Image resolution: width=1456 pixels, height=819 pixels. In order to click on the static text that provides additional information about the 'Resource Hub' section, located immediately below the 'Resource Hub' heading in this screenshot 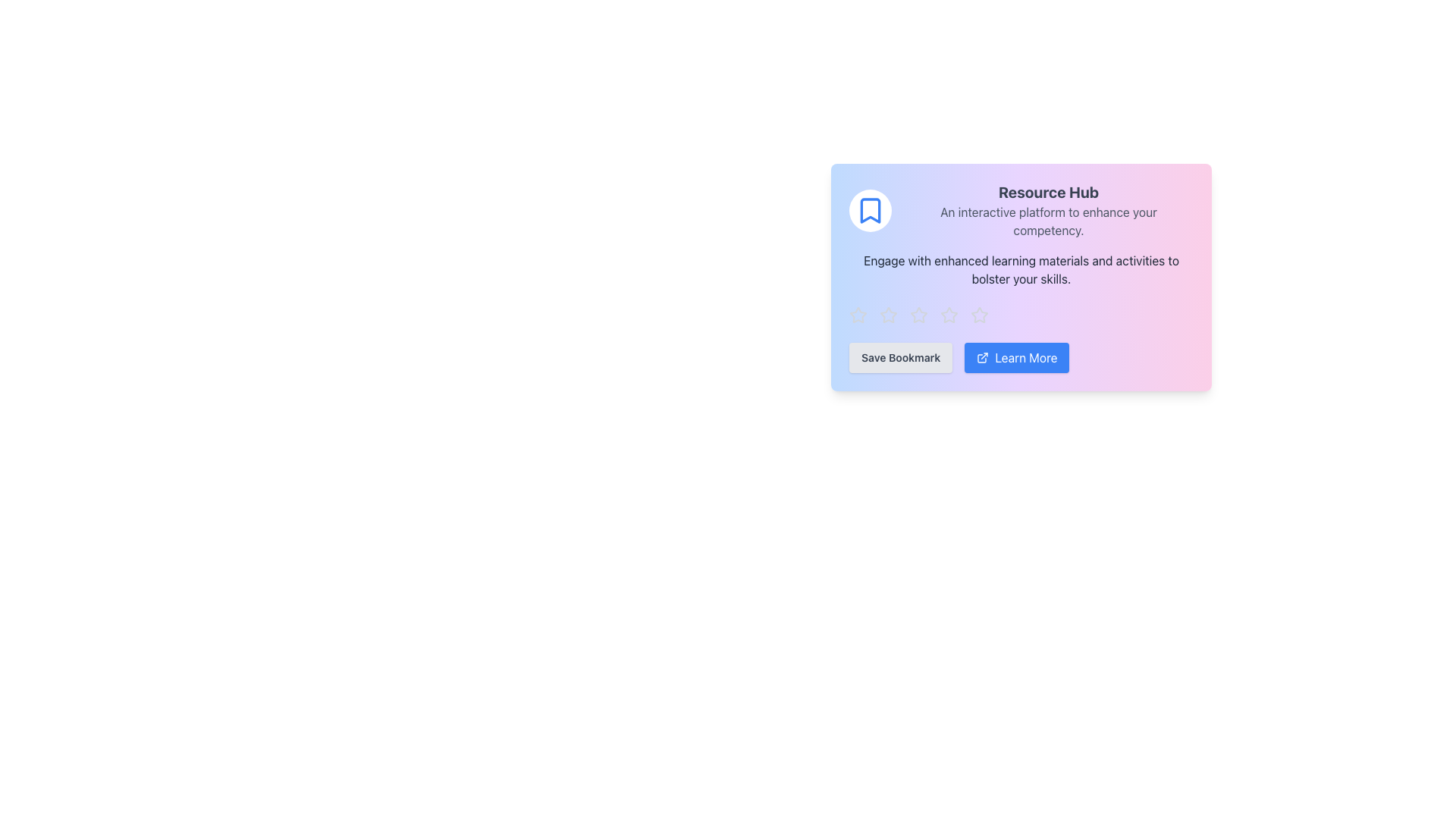, I will do `click(1047, 221)`.